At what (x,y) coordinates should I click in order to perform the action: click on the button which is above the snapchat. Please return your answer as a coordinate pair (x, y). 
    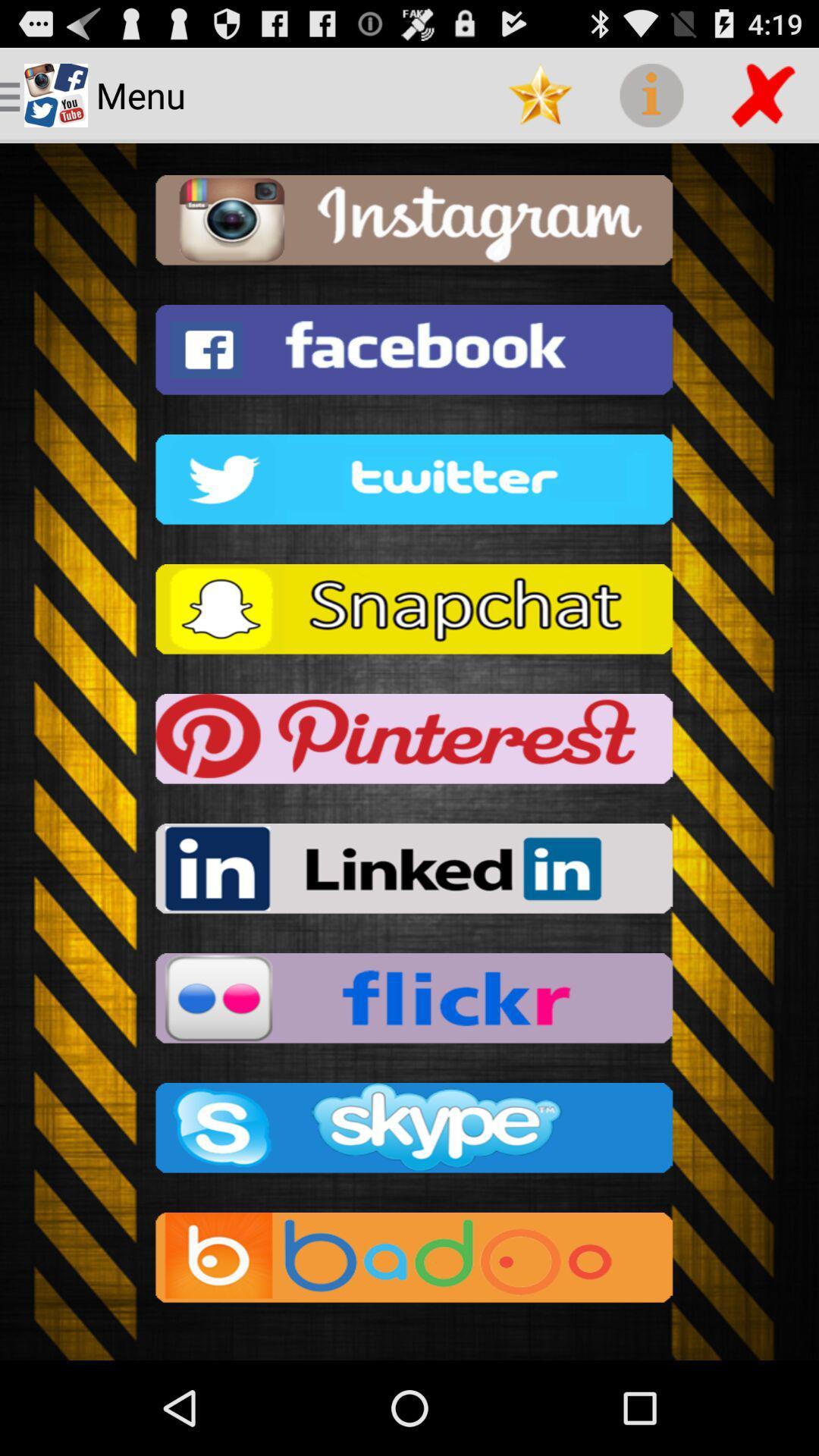
    Looking at the image, I should click on (409, 483).